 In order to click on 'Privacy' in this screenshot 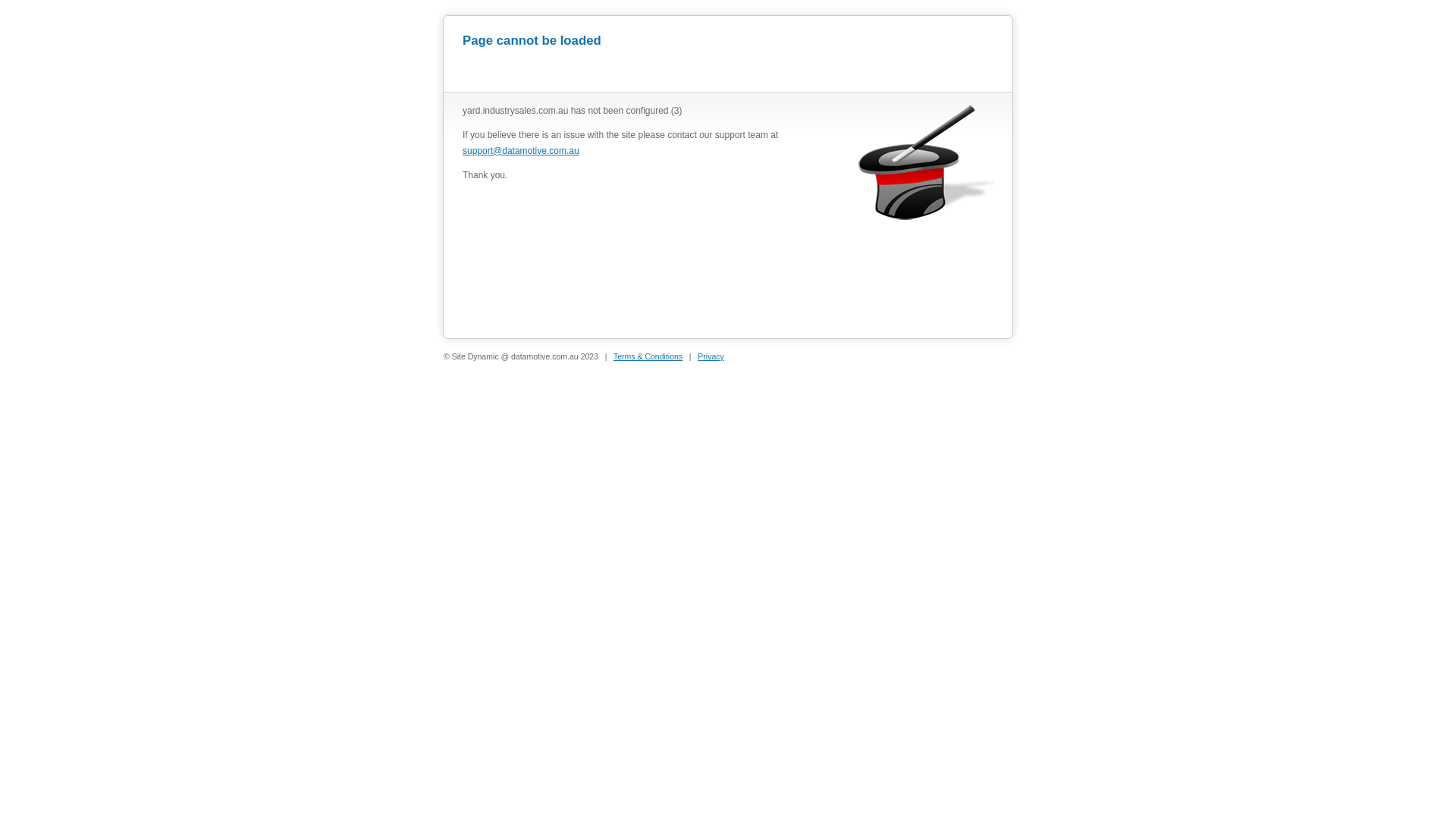, I will do `click(709, 356)`.